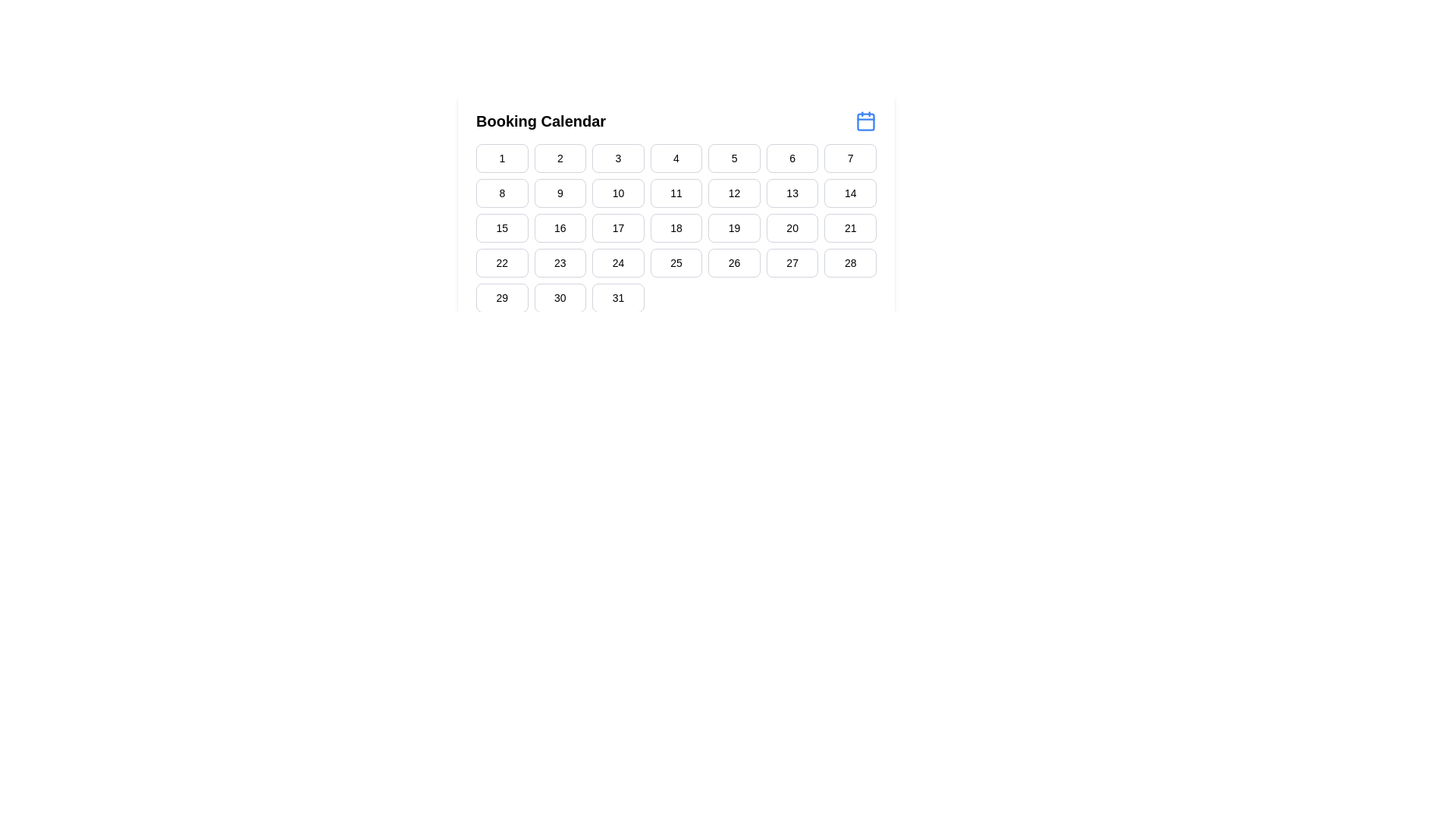  I want to click on the button, so click(676, 158).